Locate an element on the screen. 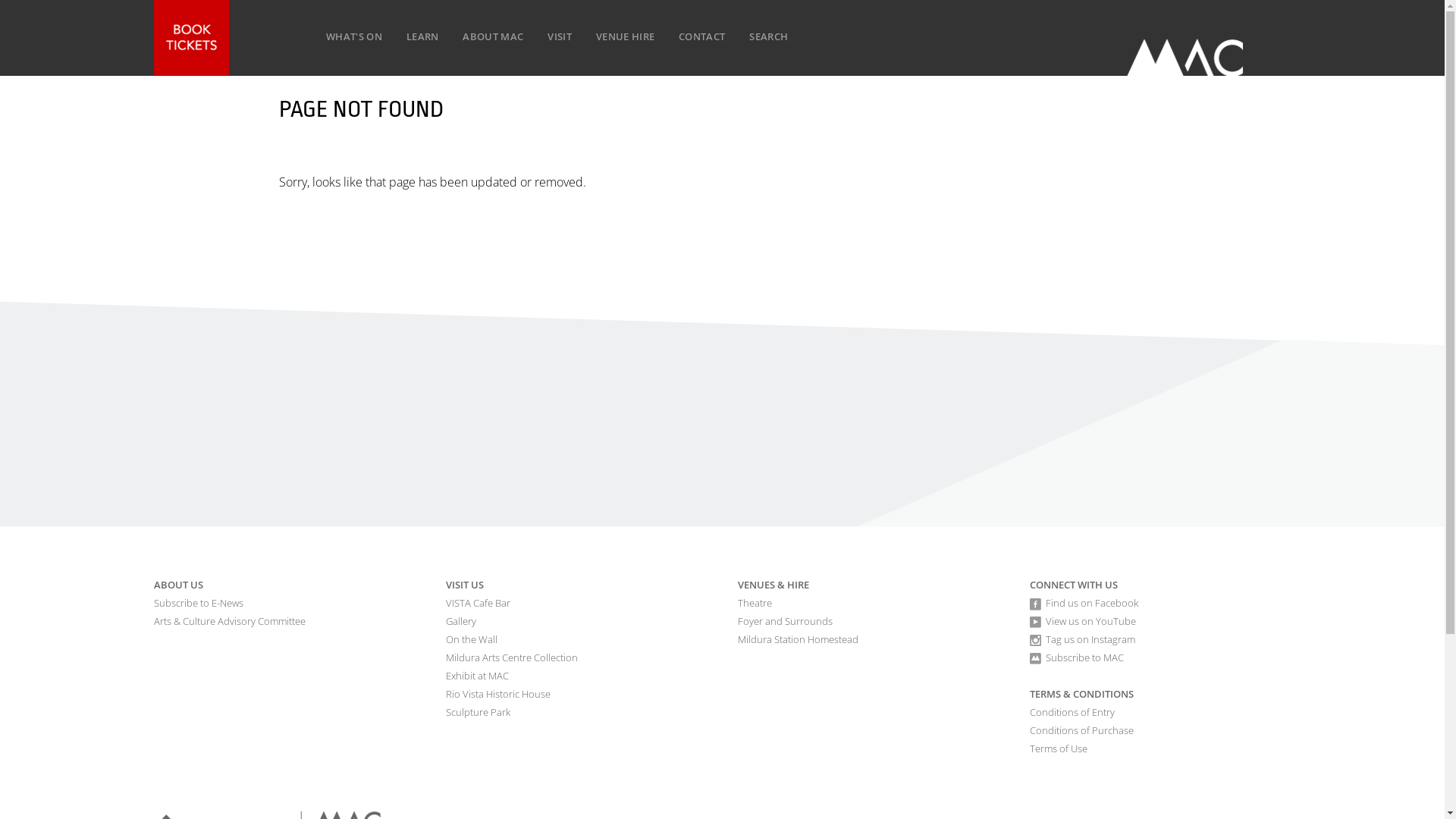  'Terms of Use' is located at coordinates (1030, 748).